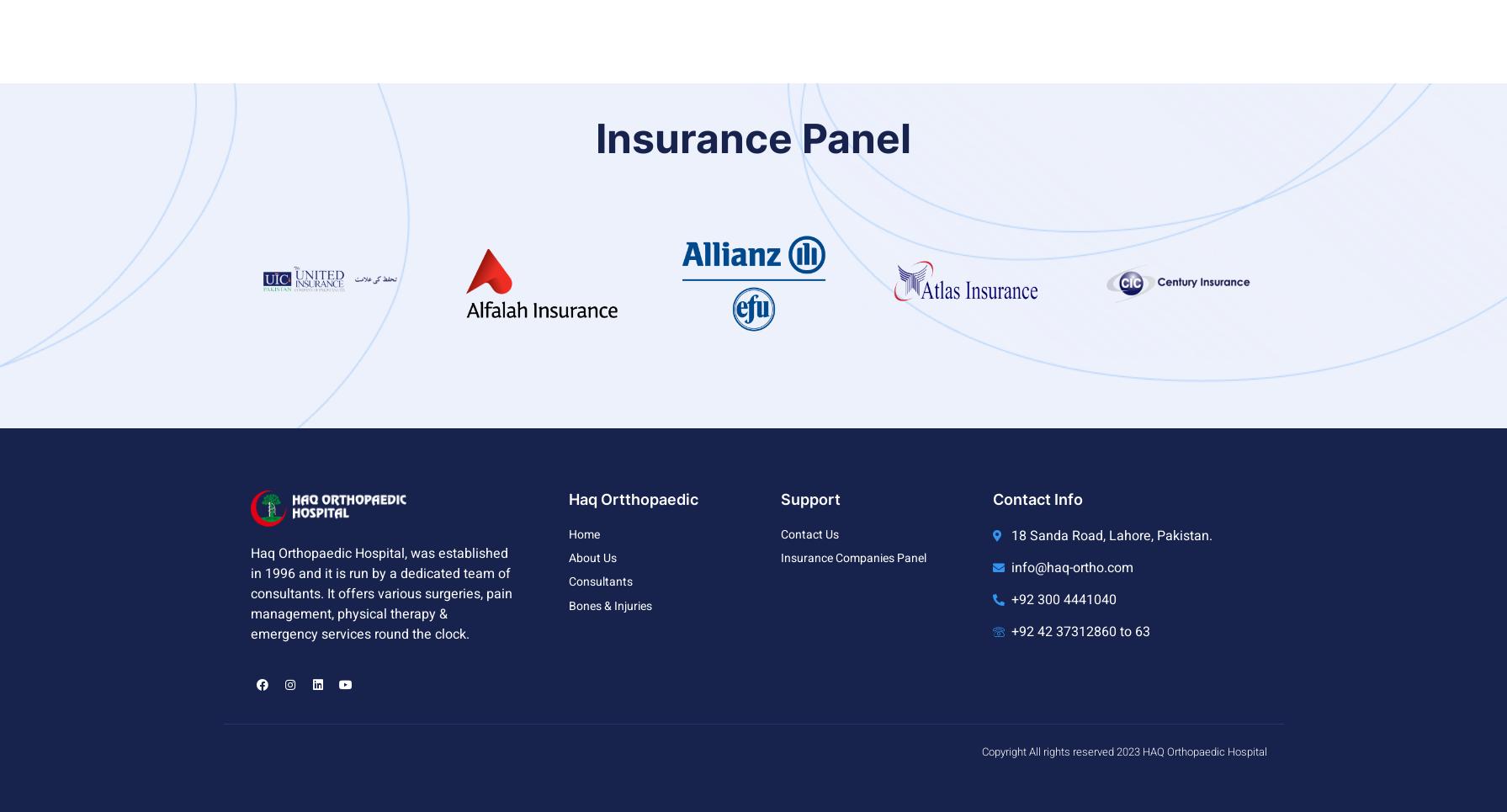  I want to click on '+92 42 37312860 to 63', so click(1080, 629).